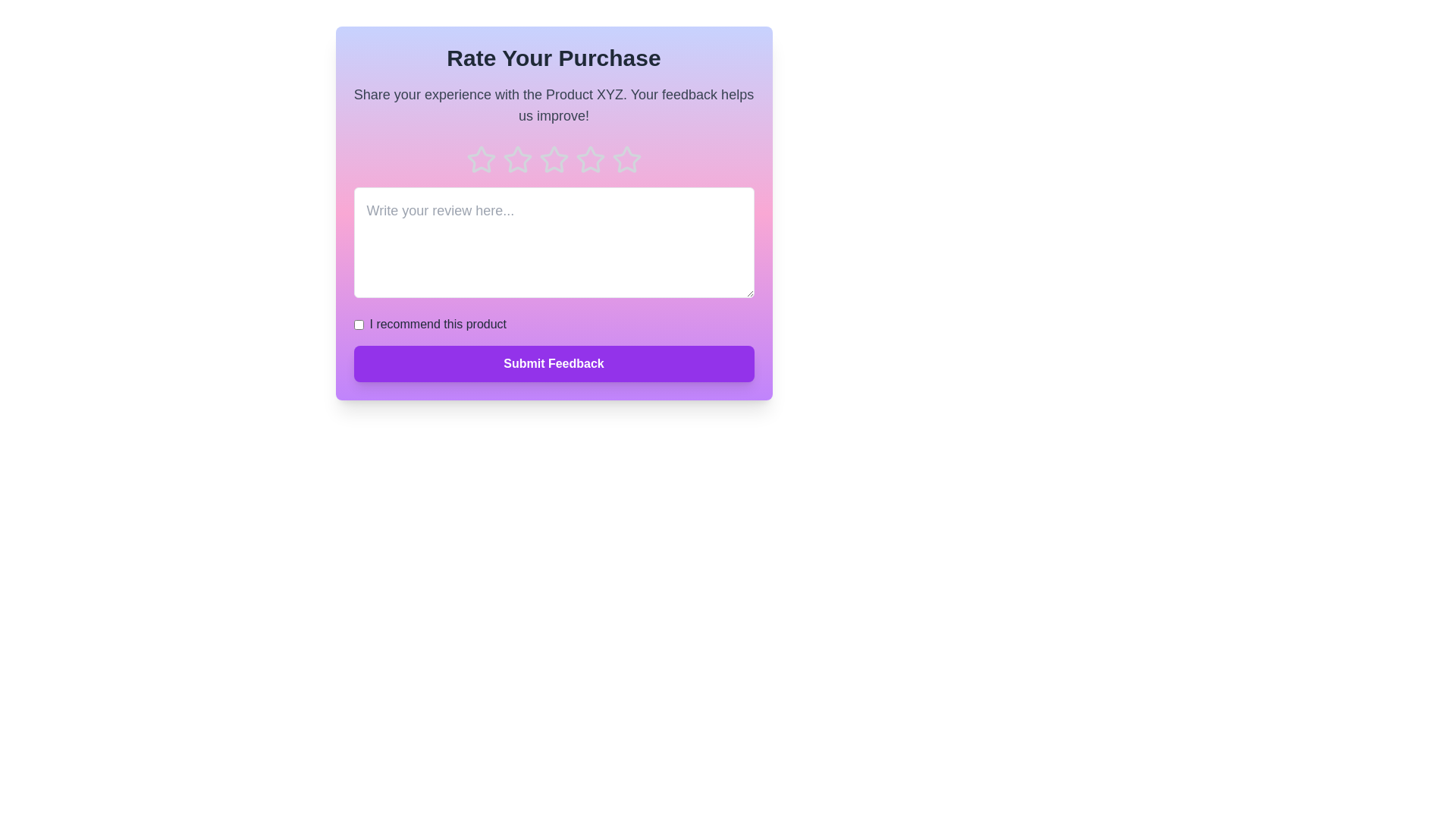  I want to click on the star corresponding to the rating 2, so click(517, 160).